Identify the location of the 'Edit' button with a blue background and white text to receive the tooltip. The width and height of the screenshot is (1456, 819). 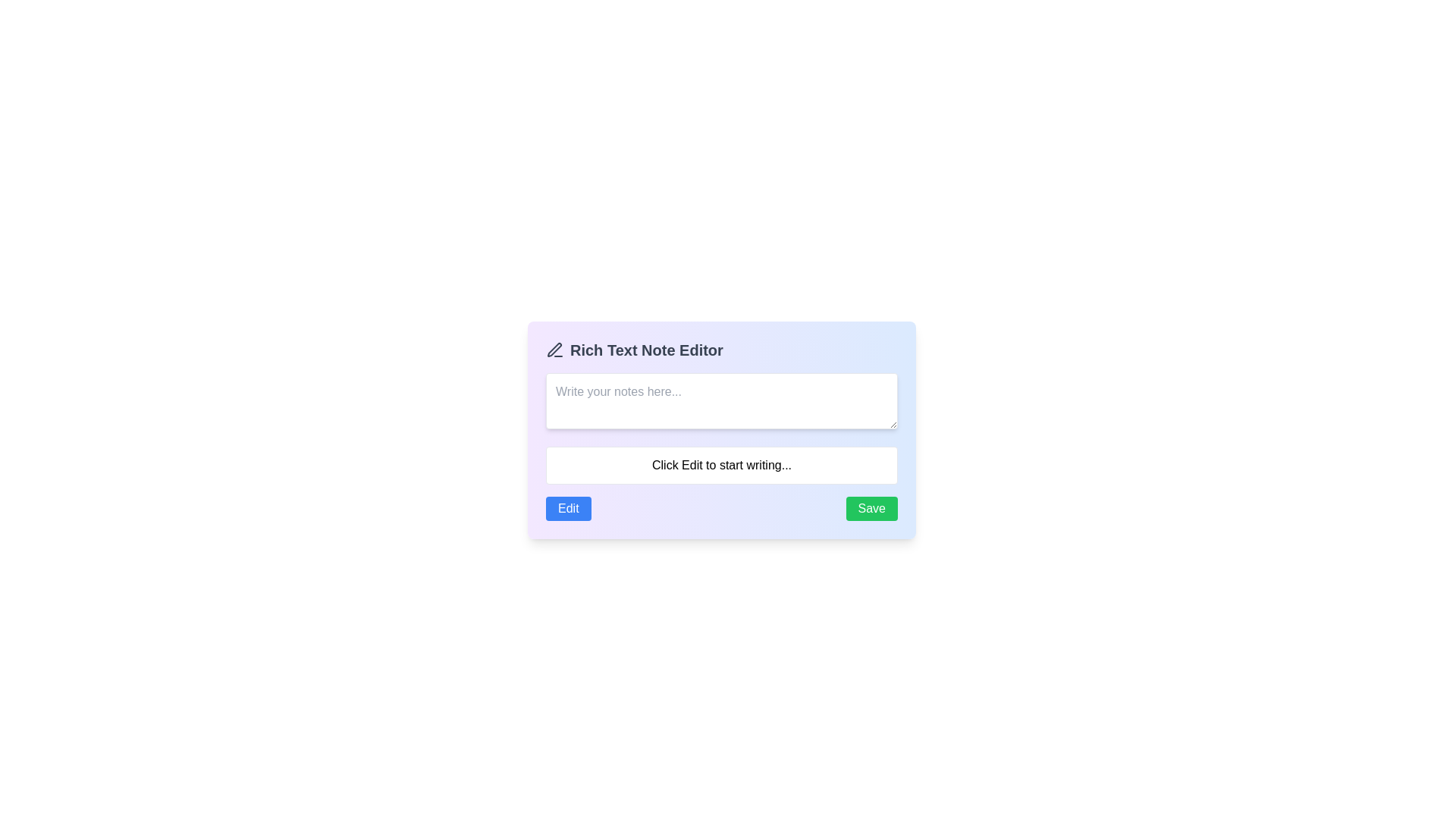
(567, 509).